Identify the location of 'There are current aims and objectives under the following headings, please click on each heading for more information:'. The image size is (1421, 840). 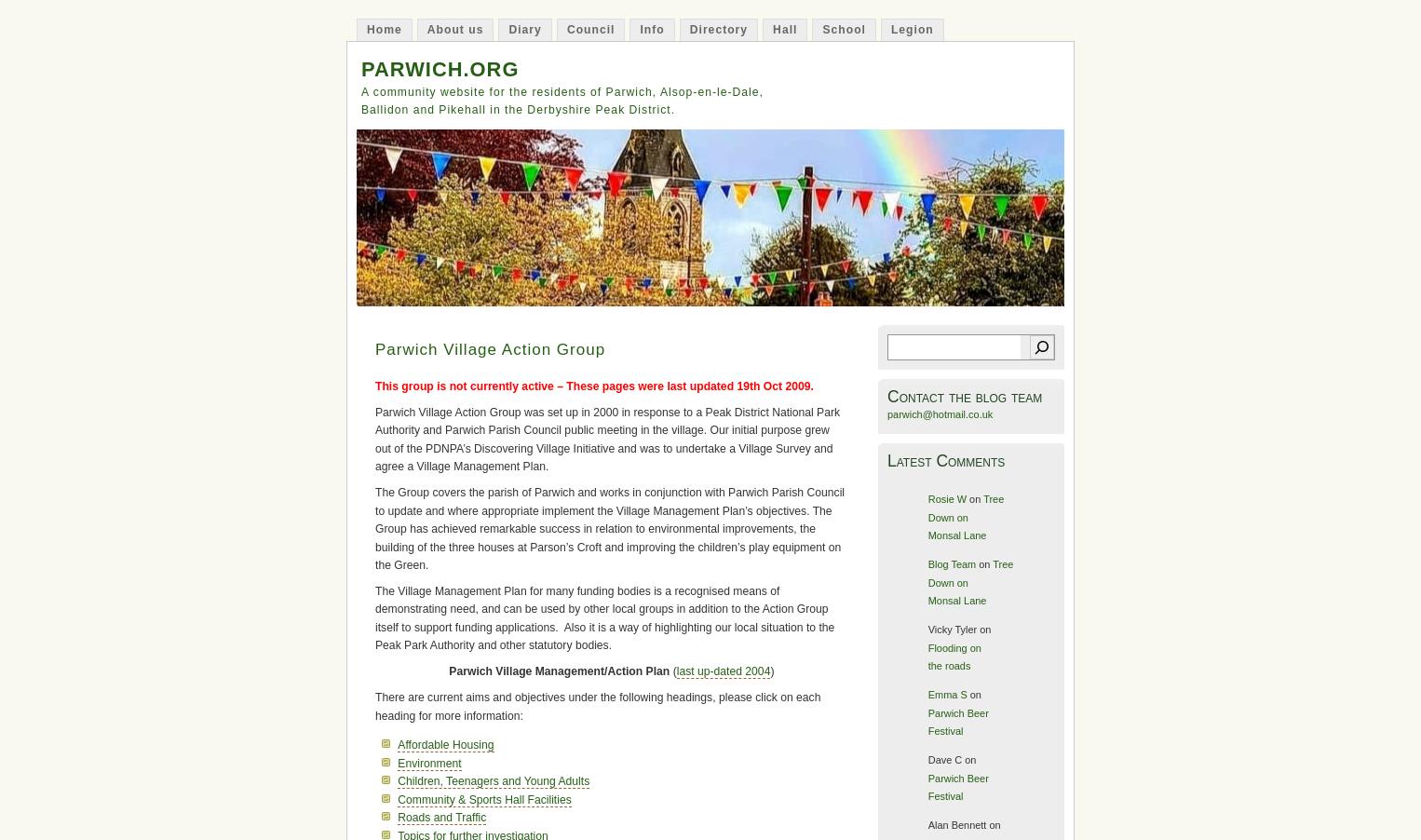
(597, 705).